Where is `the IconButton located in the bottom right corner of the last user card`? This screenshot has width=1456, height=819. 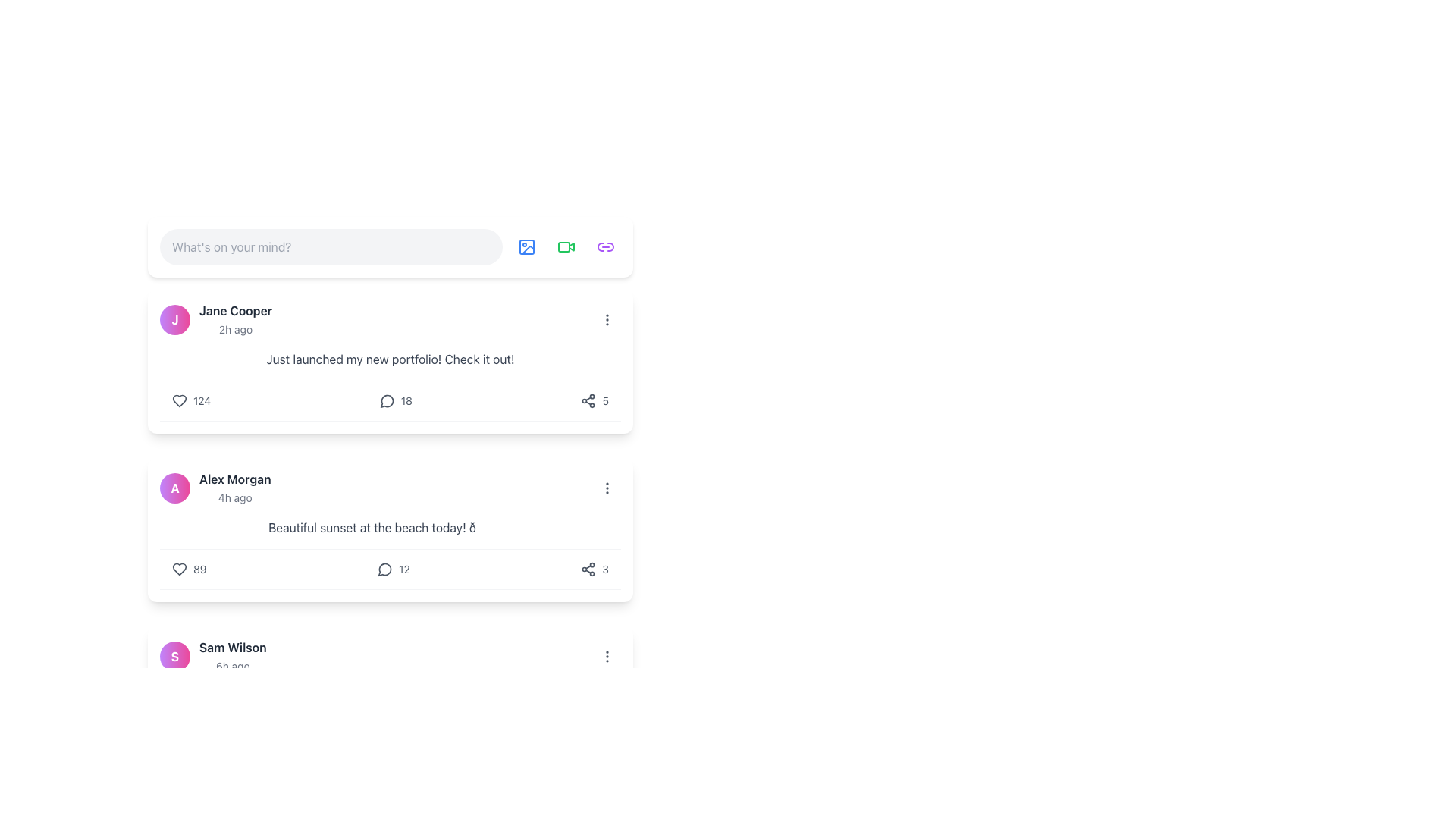
the IconButton located in the bottom right corner of the last user card is located at coordinates (607, 656).